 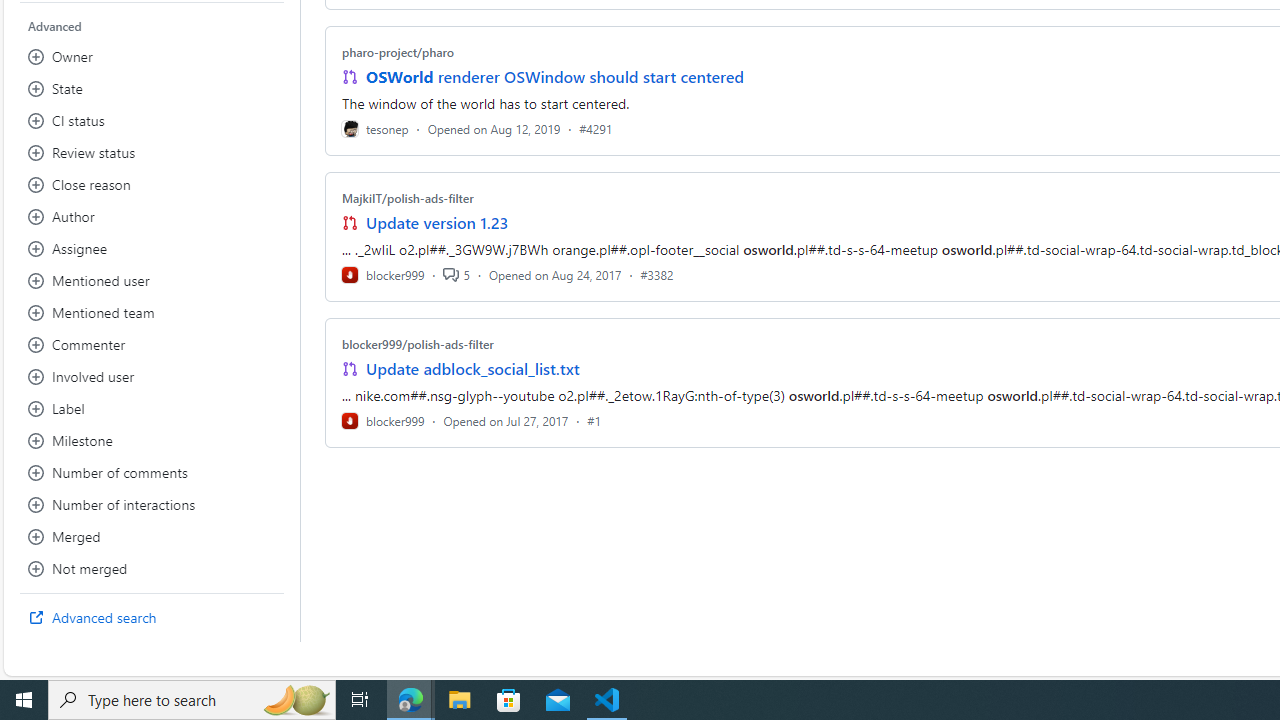 I want to click on 'Advanced search', so click(x=151, y=617).